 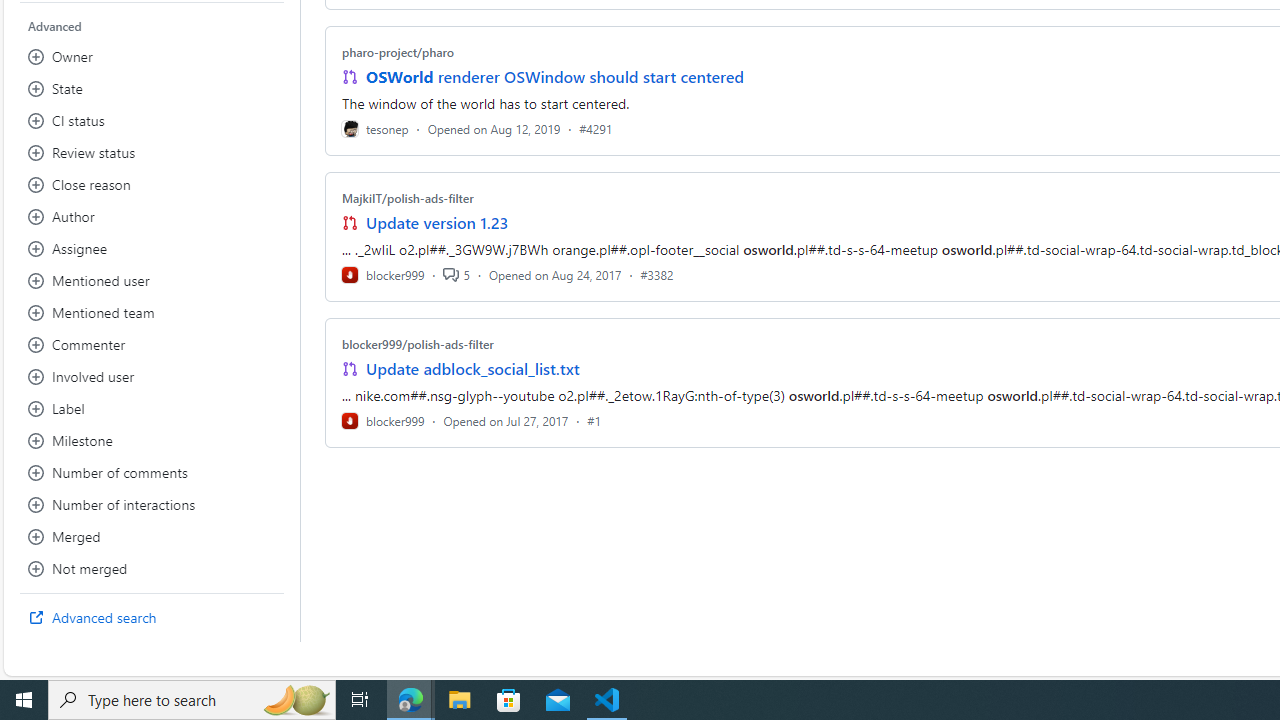 I want to click on 'Advanced search', so click(x=151, y=617).